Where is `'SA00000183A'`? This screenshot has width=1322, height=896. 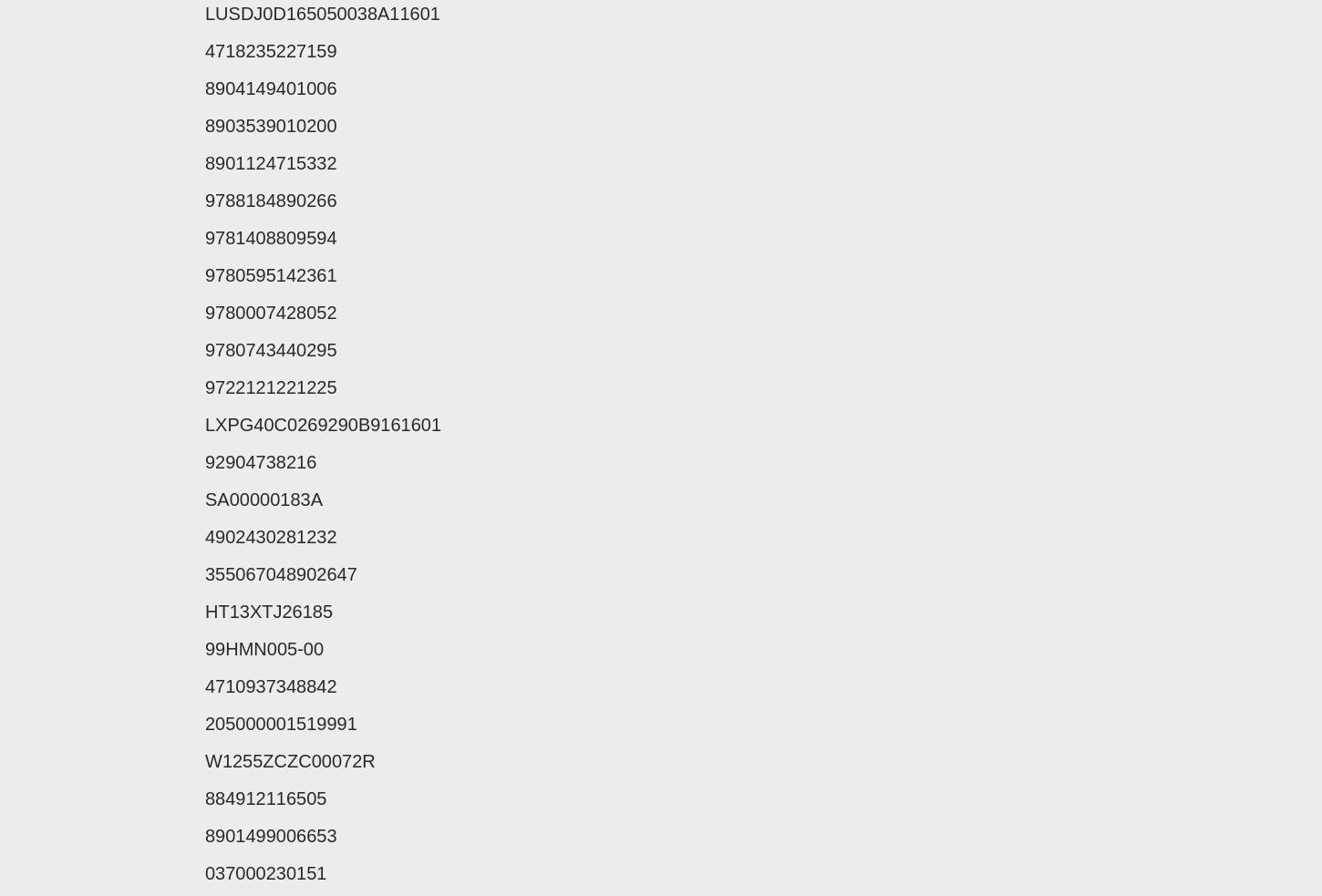 'SA00000183A' is located at coordinates (263, 499).